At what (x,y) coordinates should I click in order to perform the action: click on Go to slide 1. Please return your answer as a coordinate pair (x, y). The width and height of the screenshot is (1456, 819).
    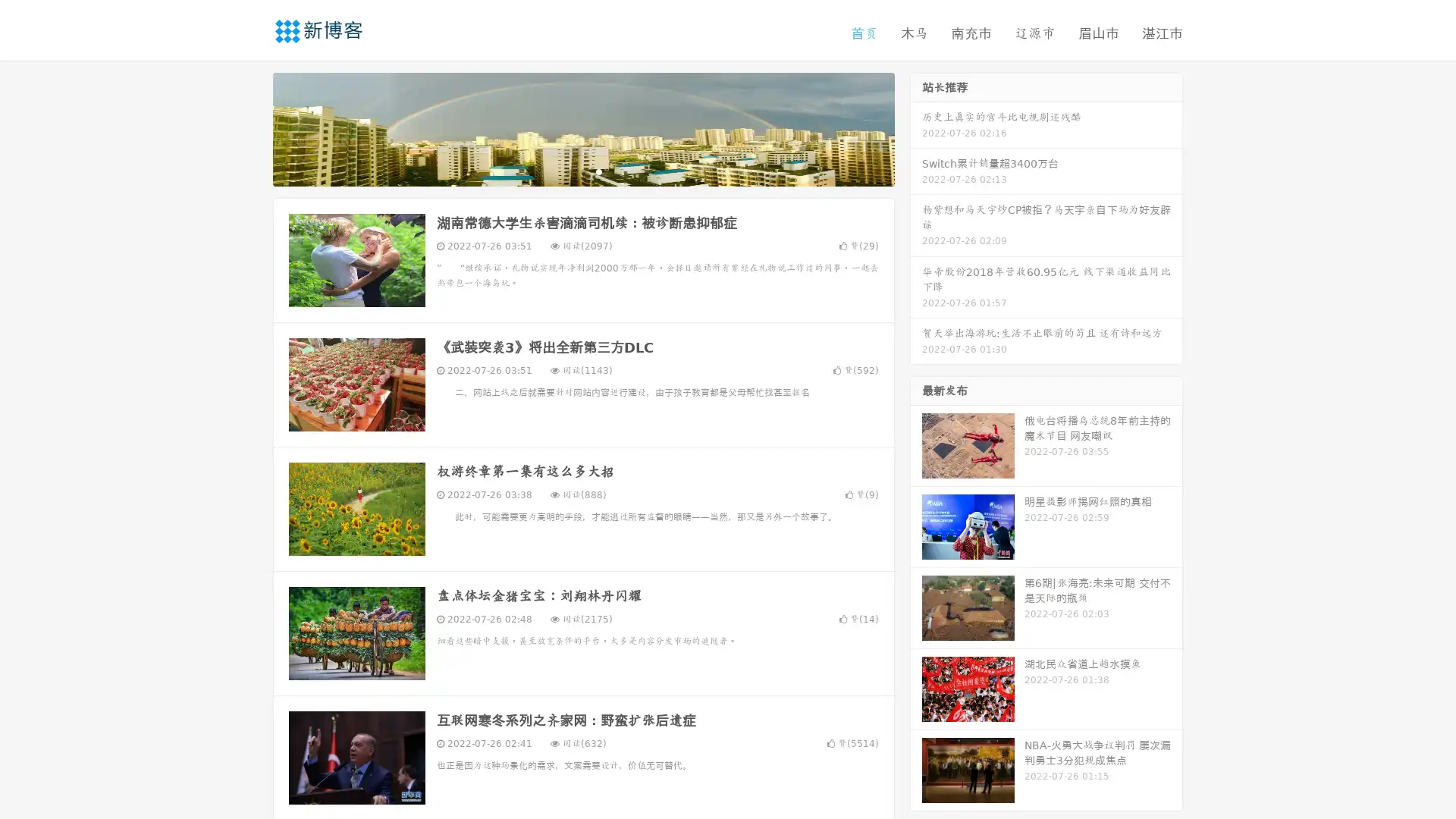
    Looking at the image, I should click on (567, 171).